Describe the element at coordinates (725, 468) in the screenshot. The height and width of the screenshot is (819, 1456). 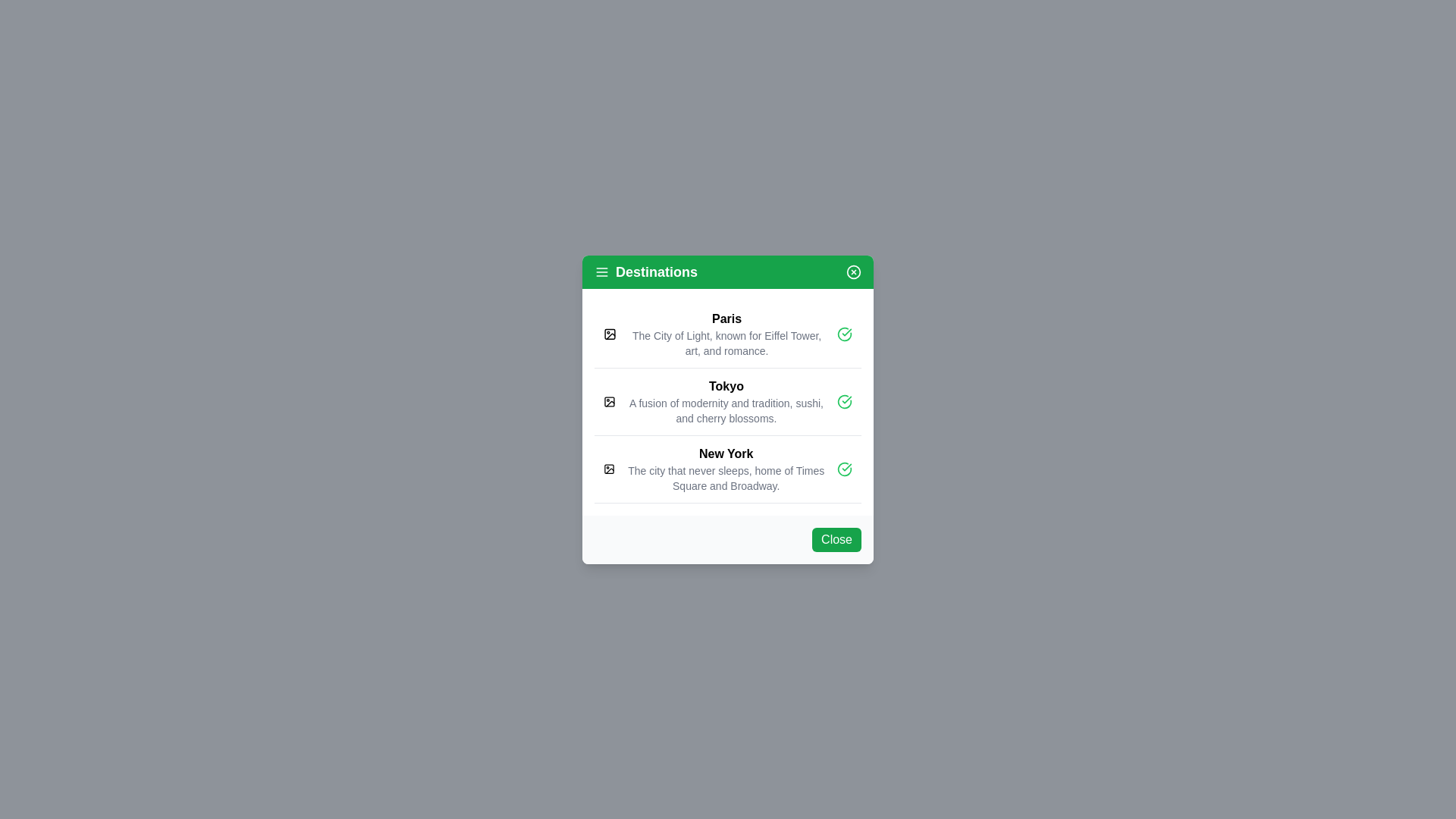
I see `the textual content displaying 'New York', which is the third item in the vertical list of city descriptions` at that location.